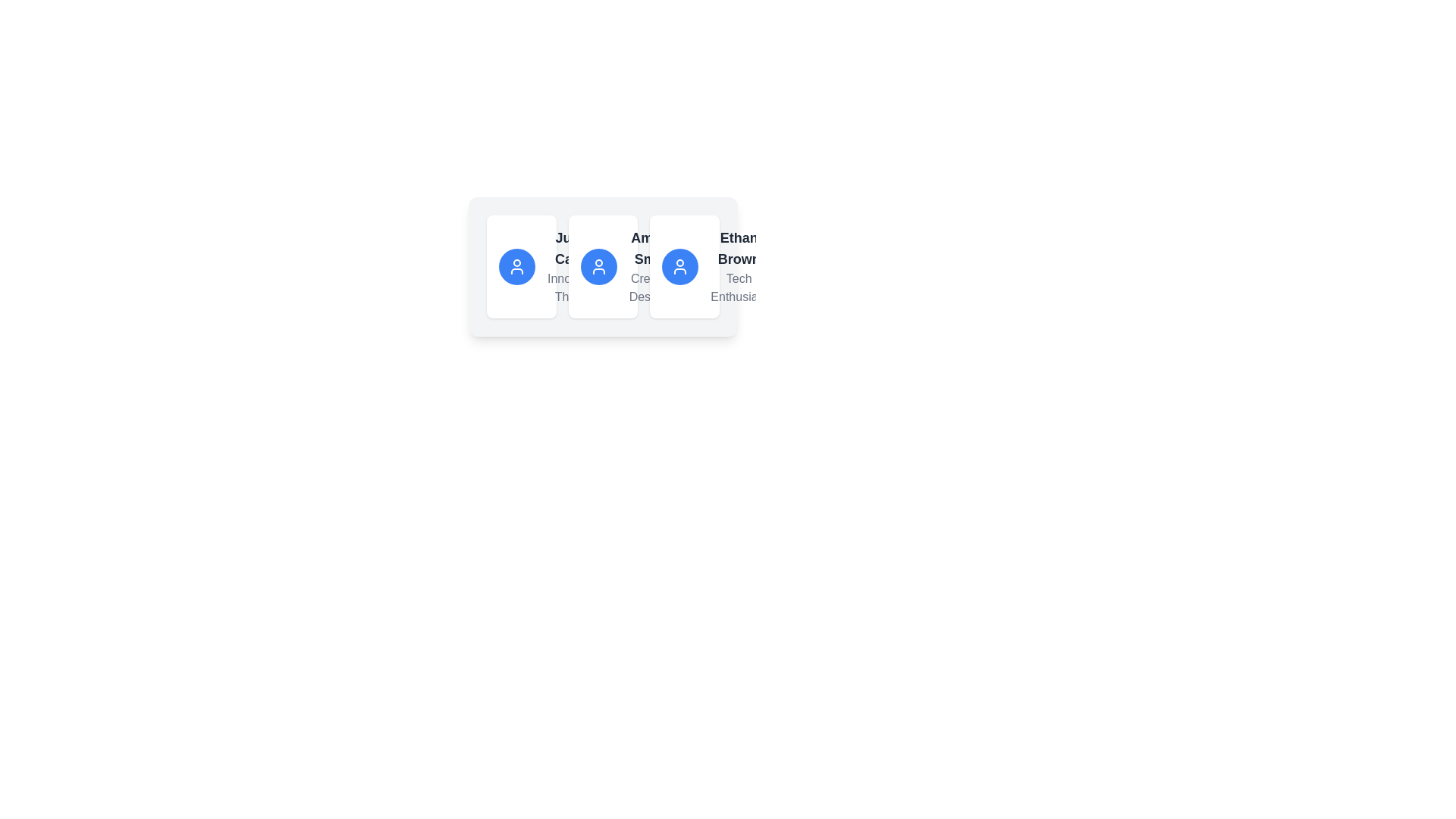 This screenshot has width=1456, height=819. What do you see at coordinates (679, 265) in the screenshot?
I see `the blue circular icon at the center top of the third card in the list of horizontally aligned cards, which represents user profiles or accounts` at bounding box center [679, 265].